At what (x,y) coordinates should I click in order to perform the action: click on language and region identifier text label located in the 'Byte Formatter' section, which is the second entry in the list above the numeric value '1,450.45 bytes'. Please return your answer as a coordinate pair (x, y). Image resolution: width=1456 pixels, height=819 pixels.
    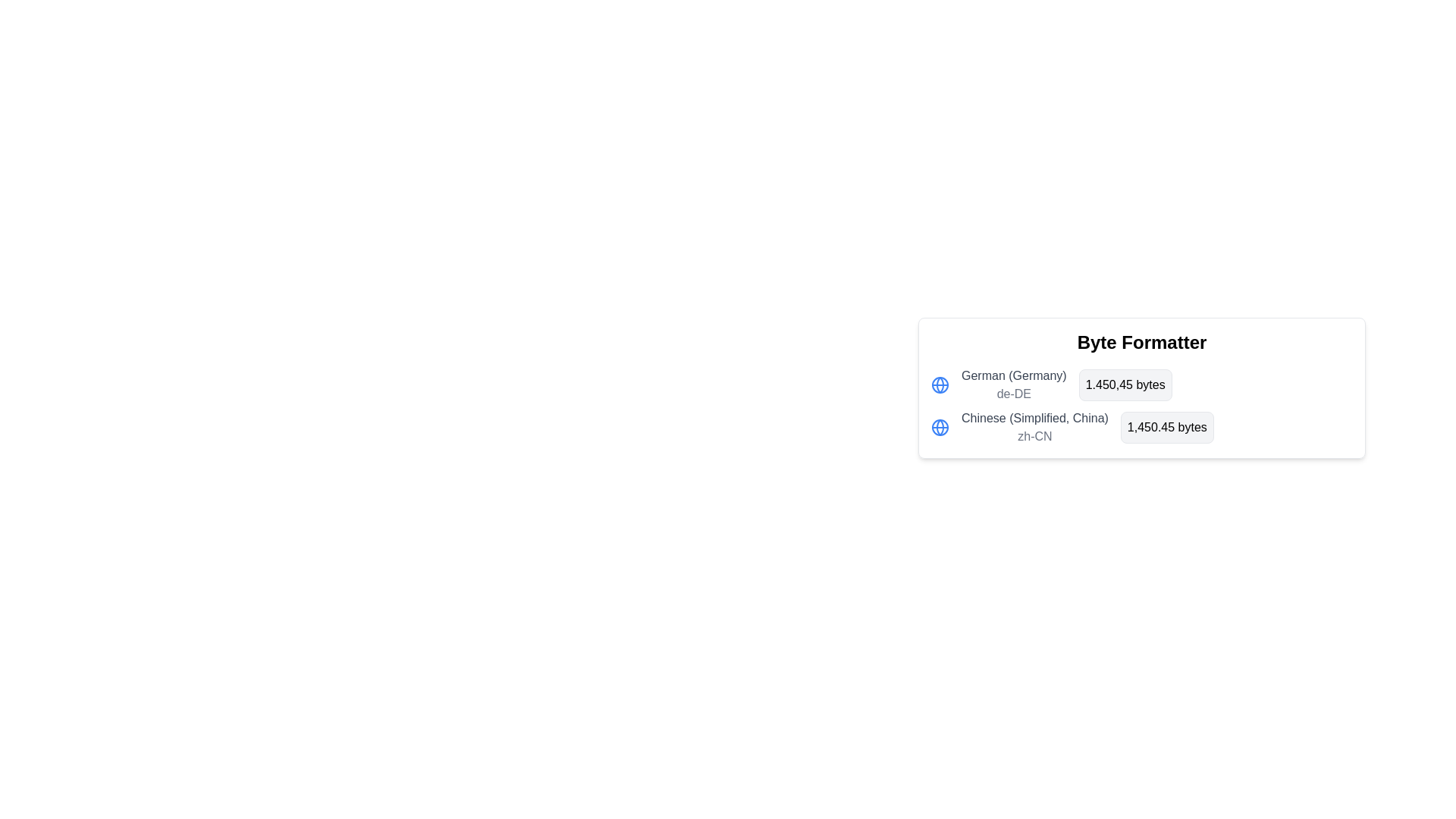
    Looking at the image, I should click on (1034, 427).